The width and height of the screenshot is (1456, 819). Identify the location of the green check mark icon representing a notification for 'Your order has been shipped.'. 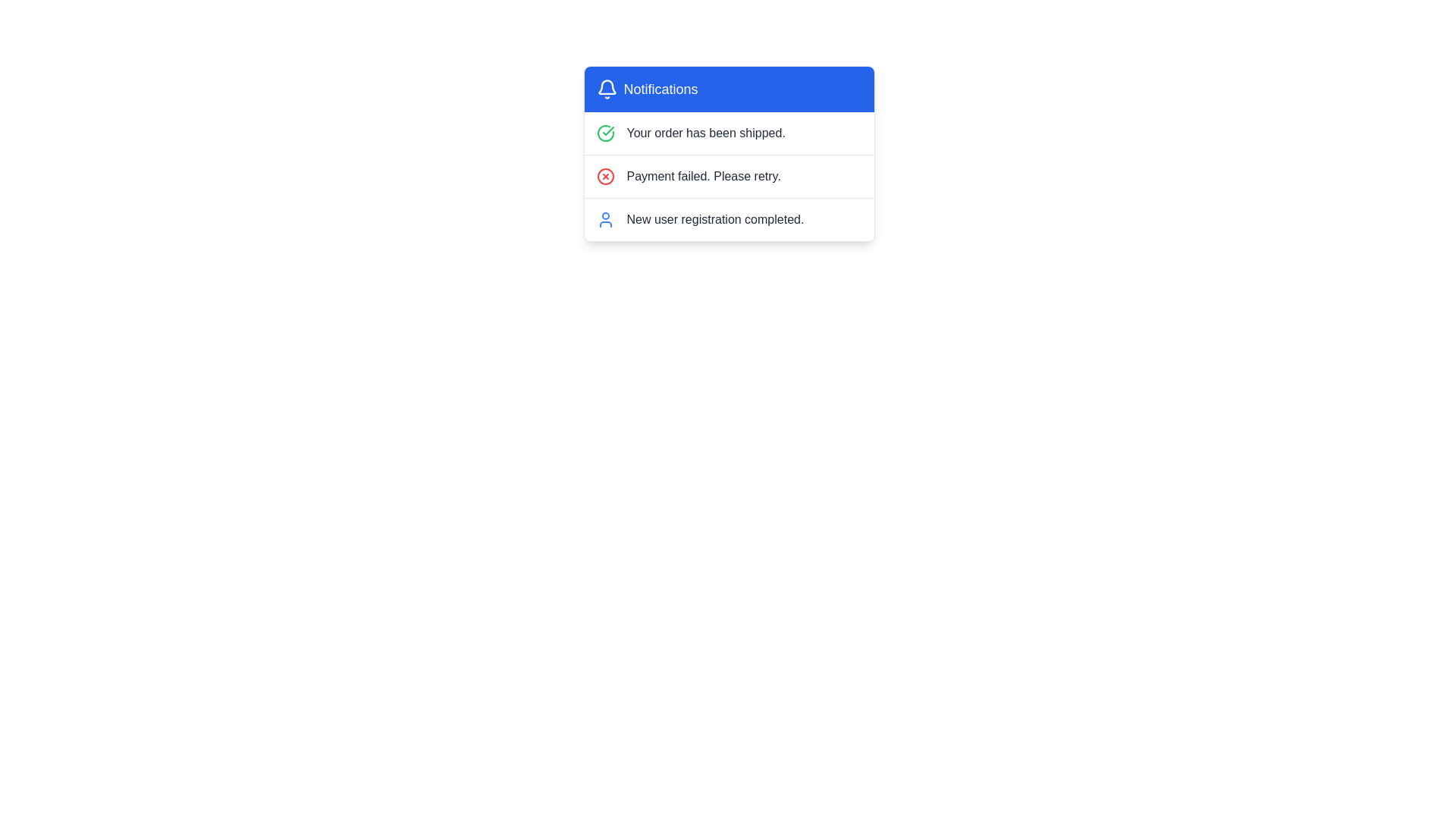
(607, 130).